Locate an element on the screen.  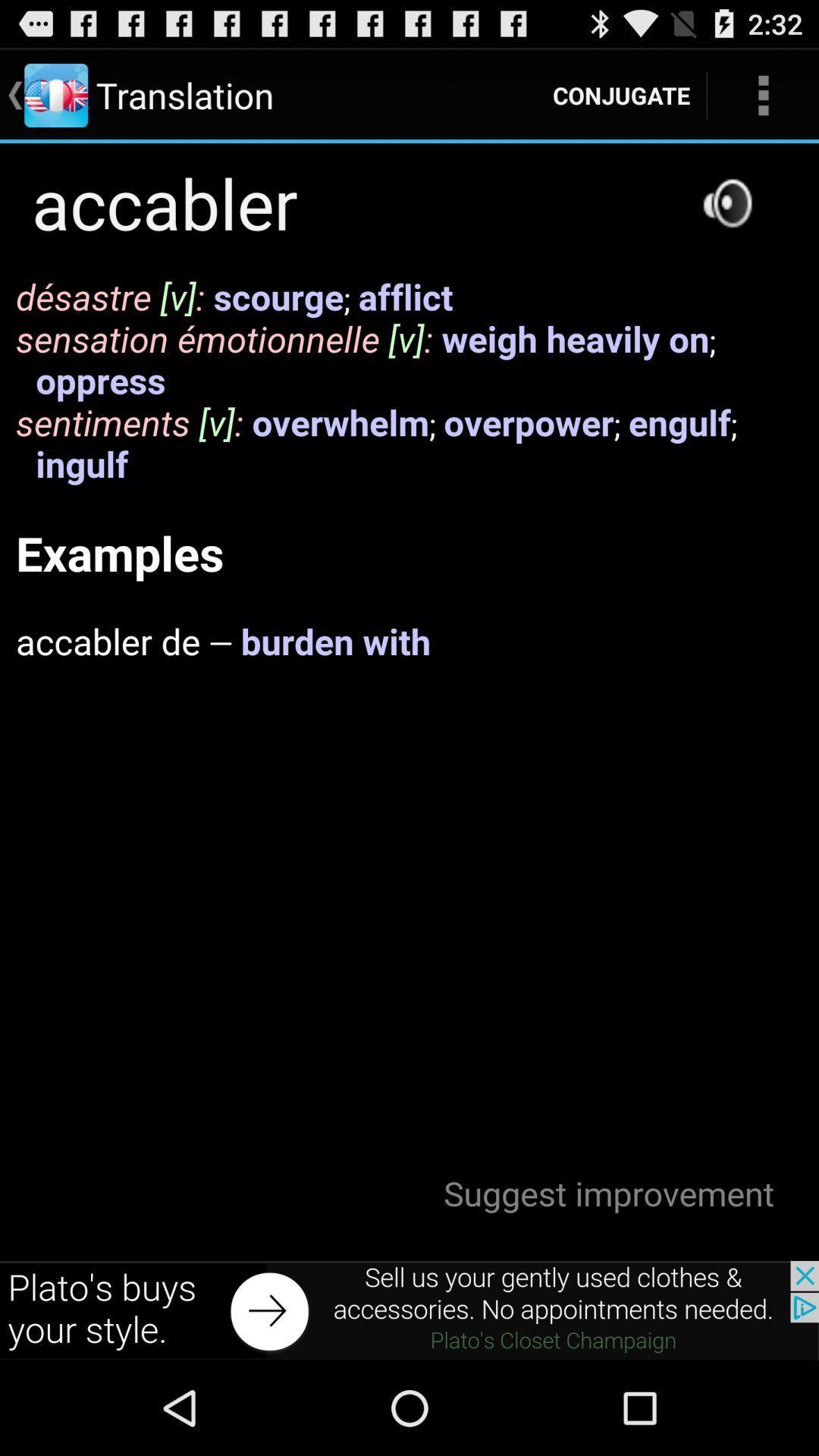
opens up advertisement is located at coordinates (409, 1310).